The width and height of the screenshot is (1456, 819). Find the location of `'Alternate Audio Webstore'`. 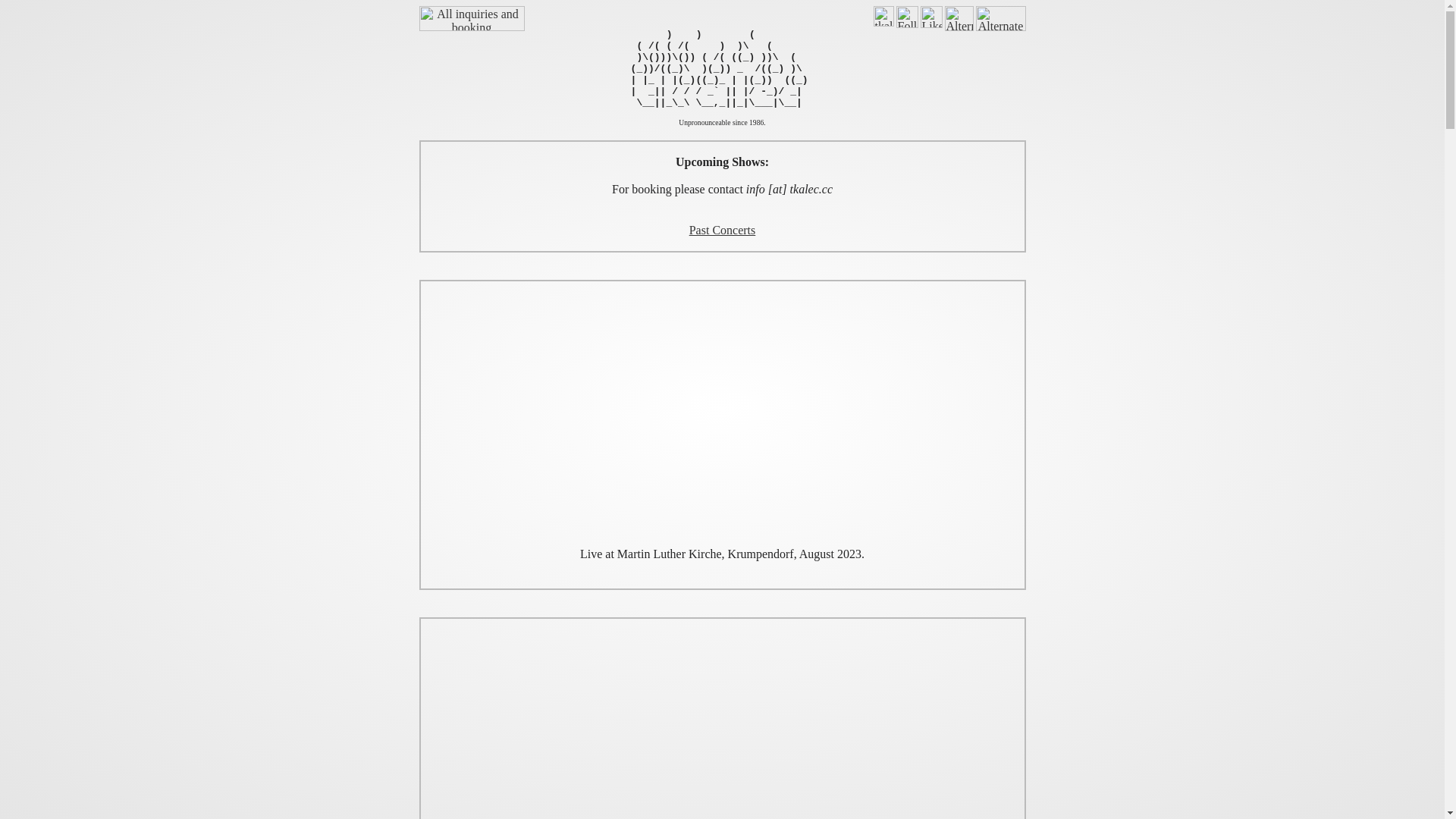

'Alternate Audio Webstore' is located at coordinates (1000, 18).